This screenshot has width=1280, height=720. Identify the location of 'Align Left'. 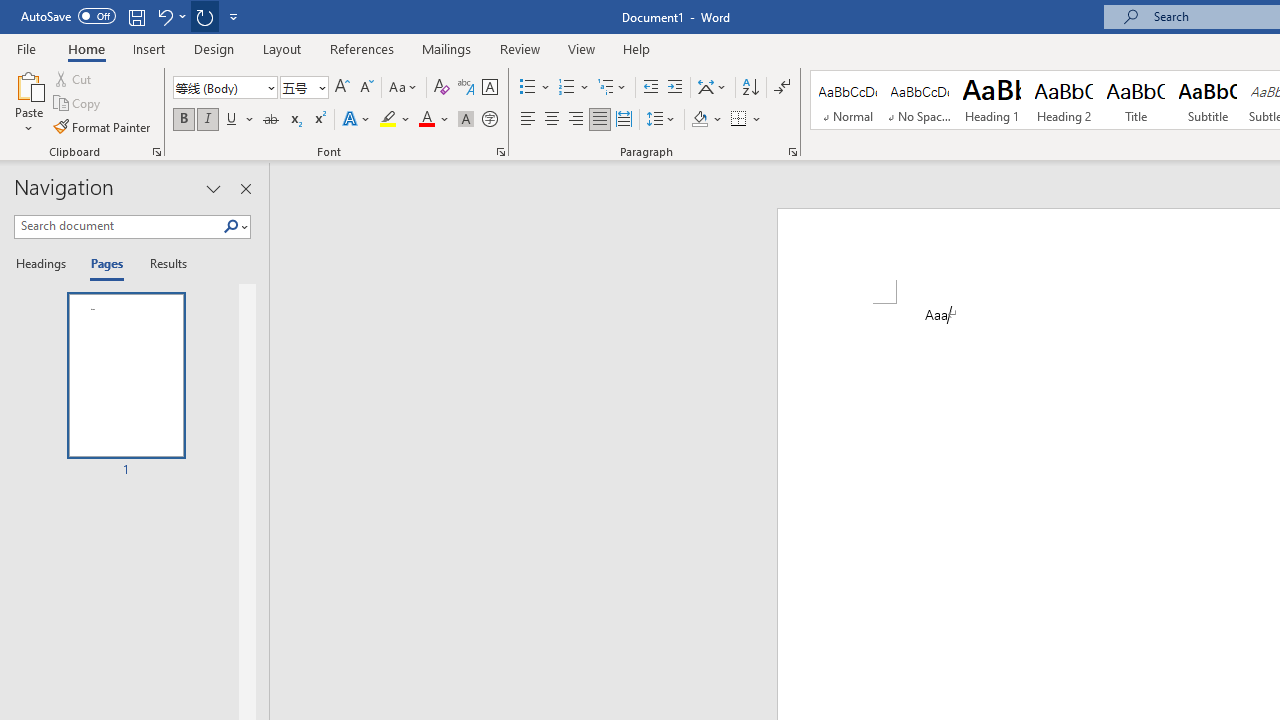
(528, 119).